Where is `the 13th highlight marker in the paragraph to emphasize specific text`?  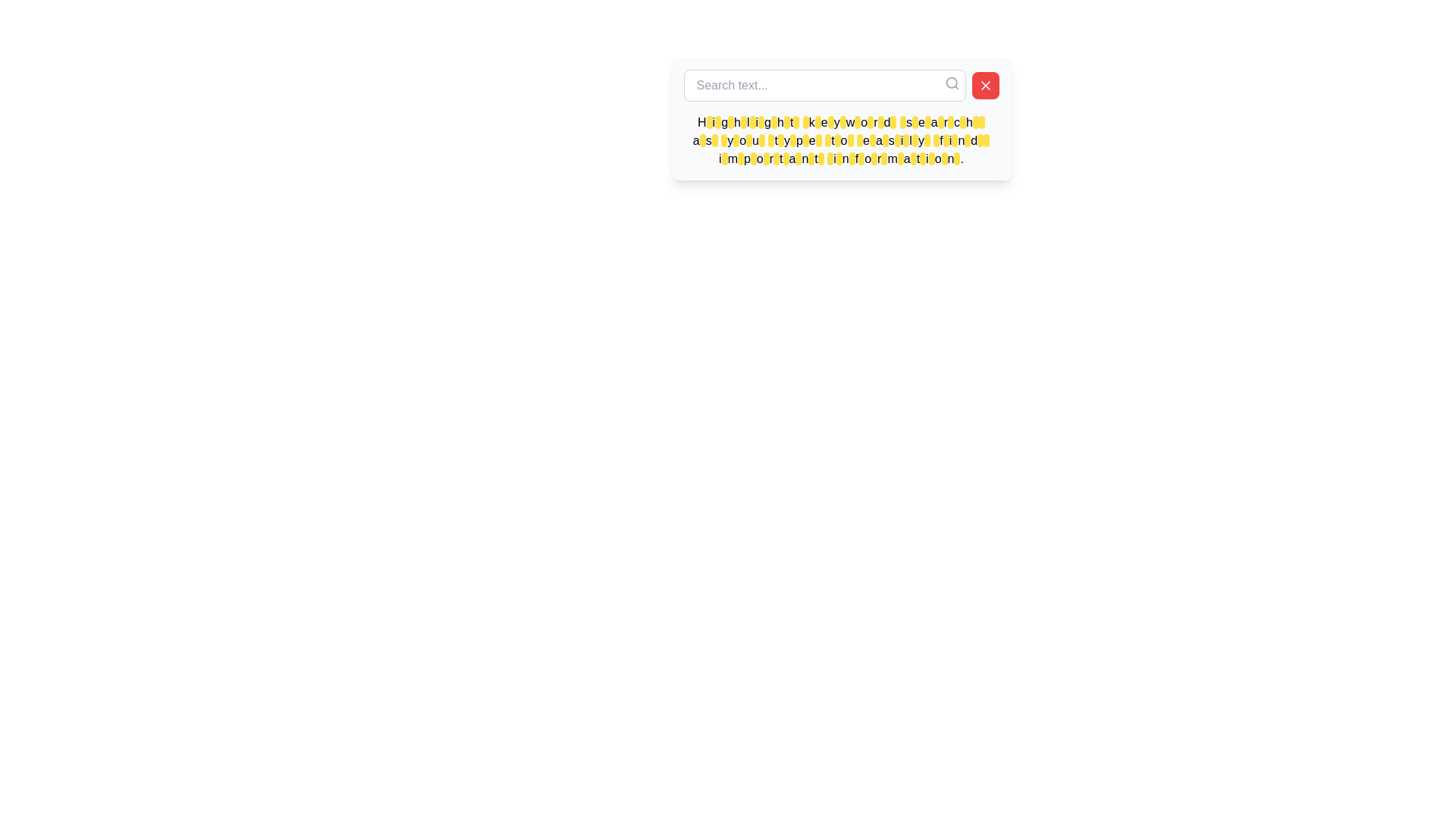 the 13th highlight marker in the paragraph to emphasize specific text is located at coordinates (842, 121).